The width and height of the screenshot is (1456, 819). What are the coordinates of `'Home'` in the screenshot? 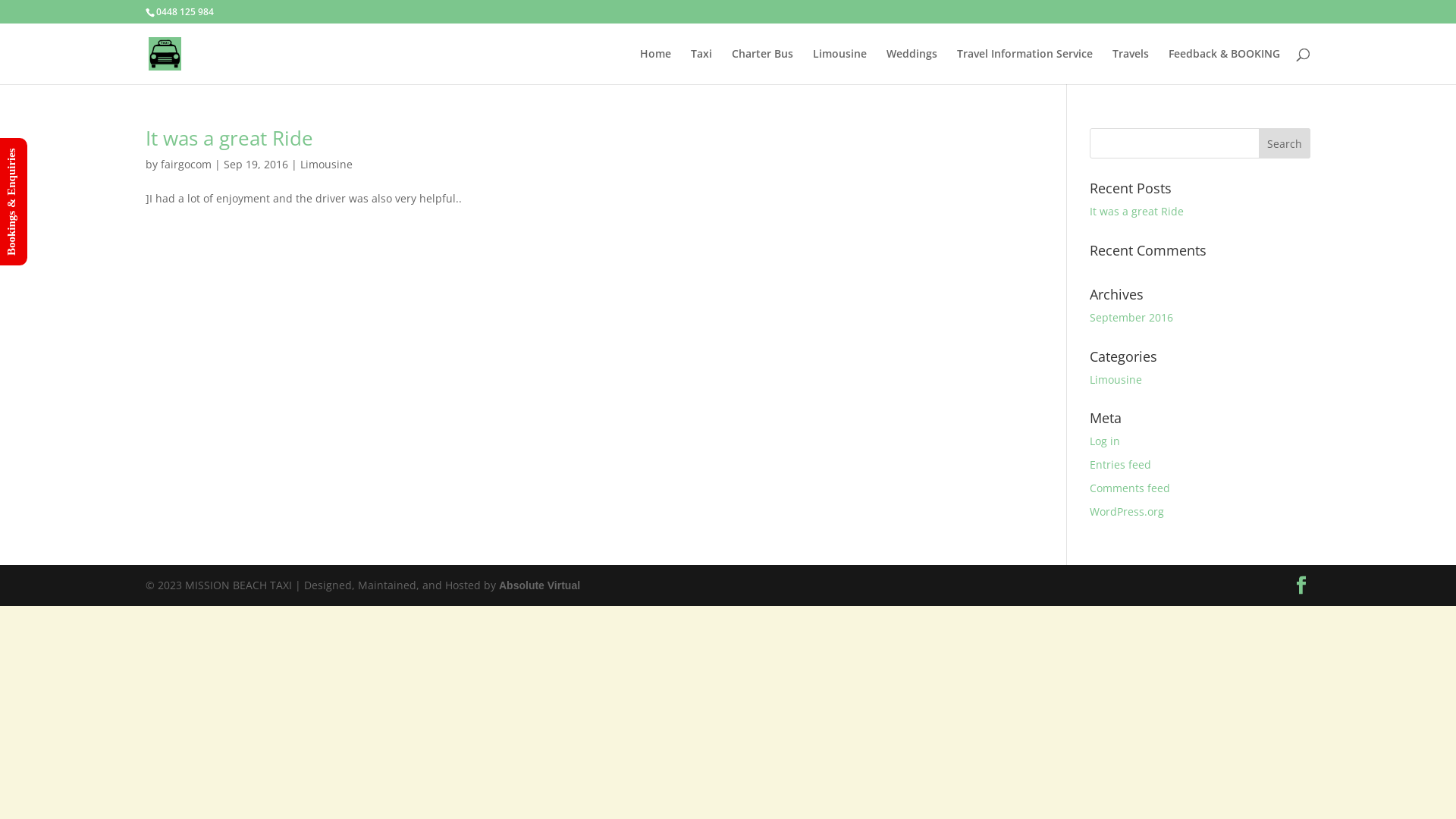 It's located at (640, 65).